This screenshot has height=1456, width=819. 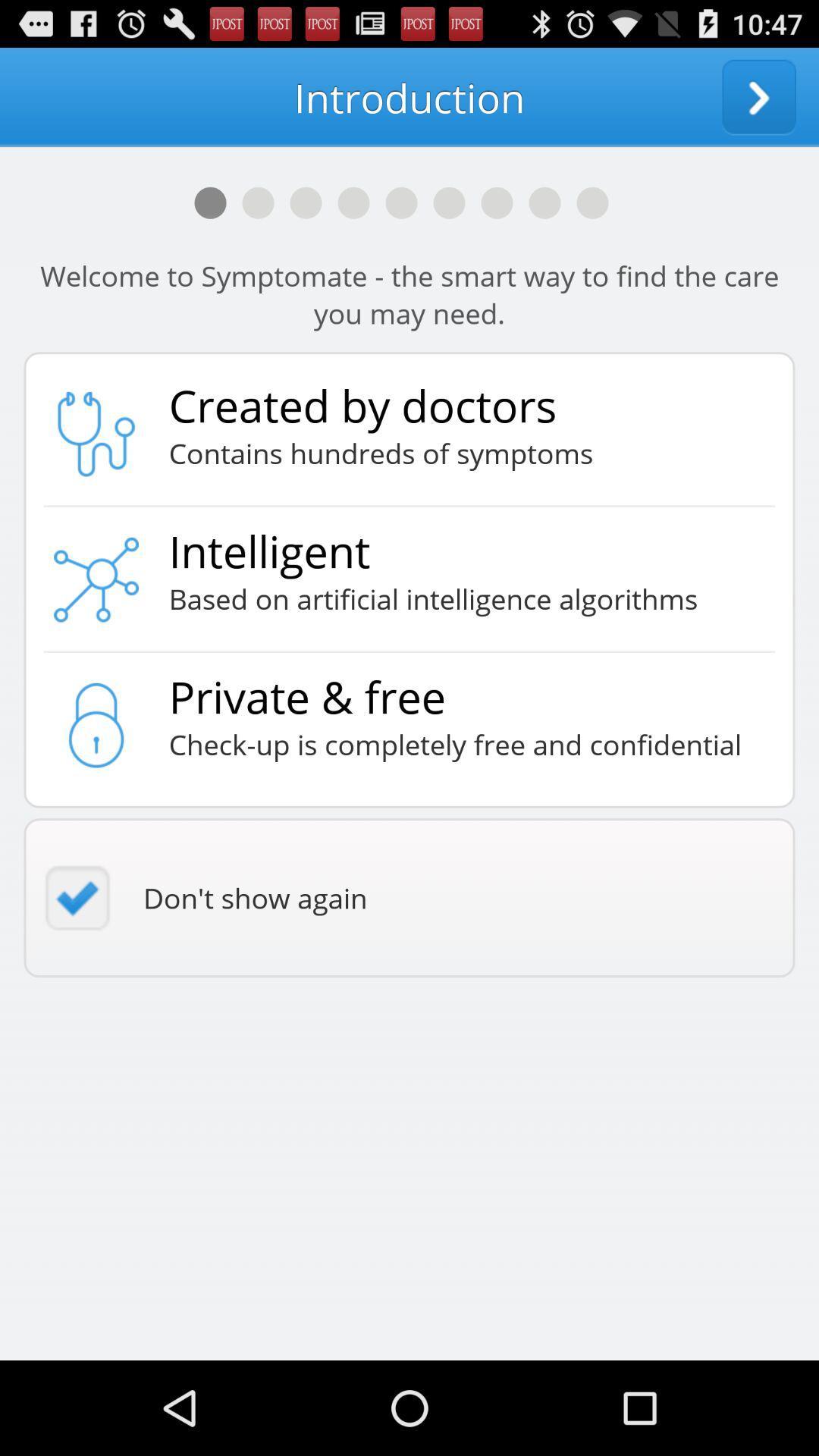 What do you see at coordinates (759, 96) in the screenshot?
I see `next screen` at bounding box center [759, 96].